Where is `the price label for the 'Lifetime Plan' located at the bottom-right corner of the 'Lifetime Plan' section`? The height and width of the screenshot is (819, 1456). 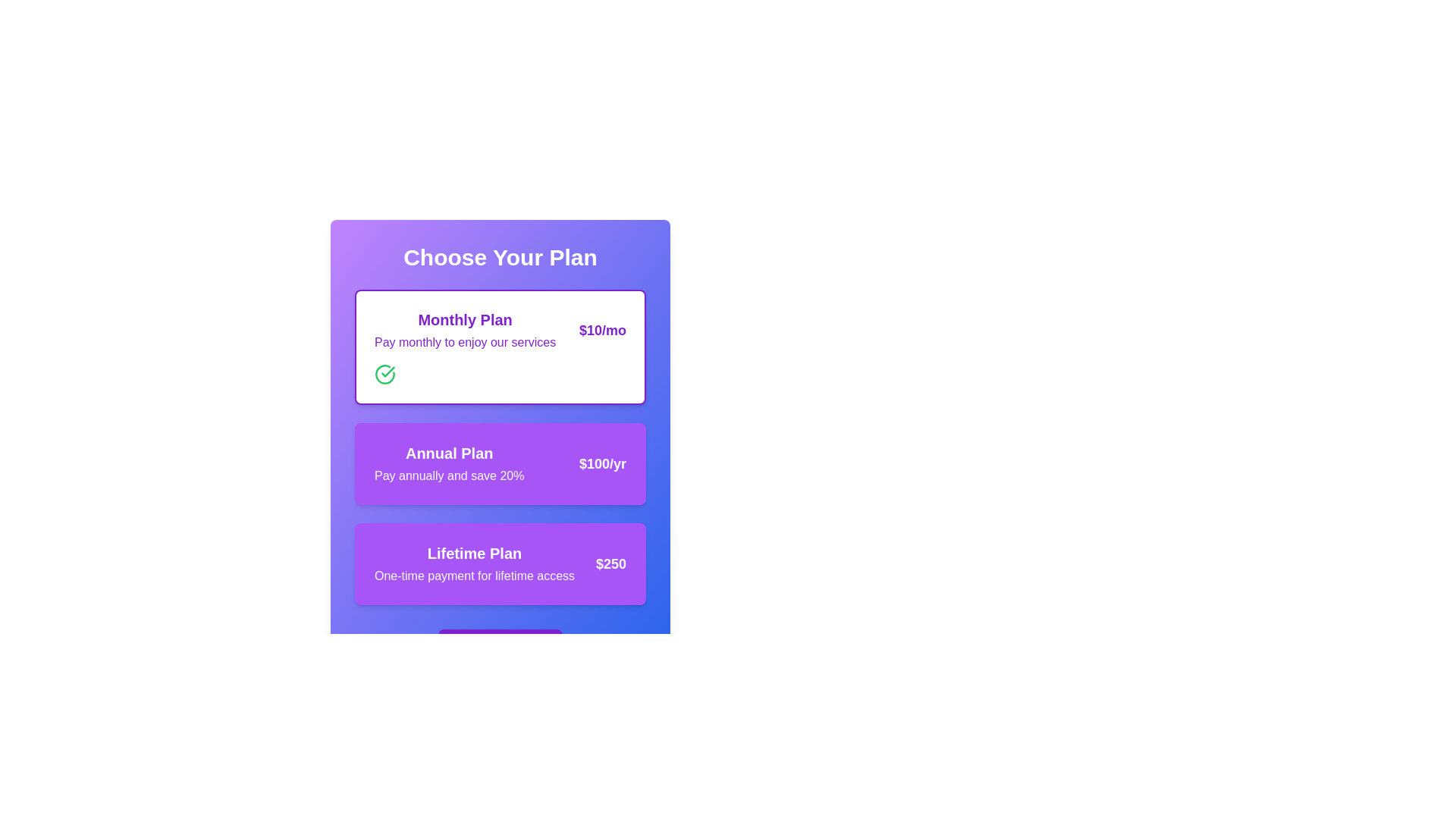
the price label for the 'Lifetime Plan' located at the bottom-right corner of the 'Lifetime Plan' section is located at coordinates (611, 564).